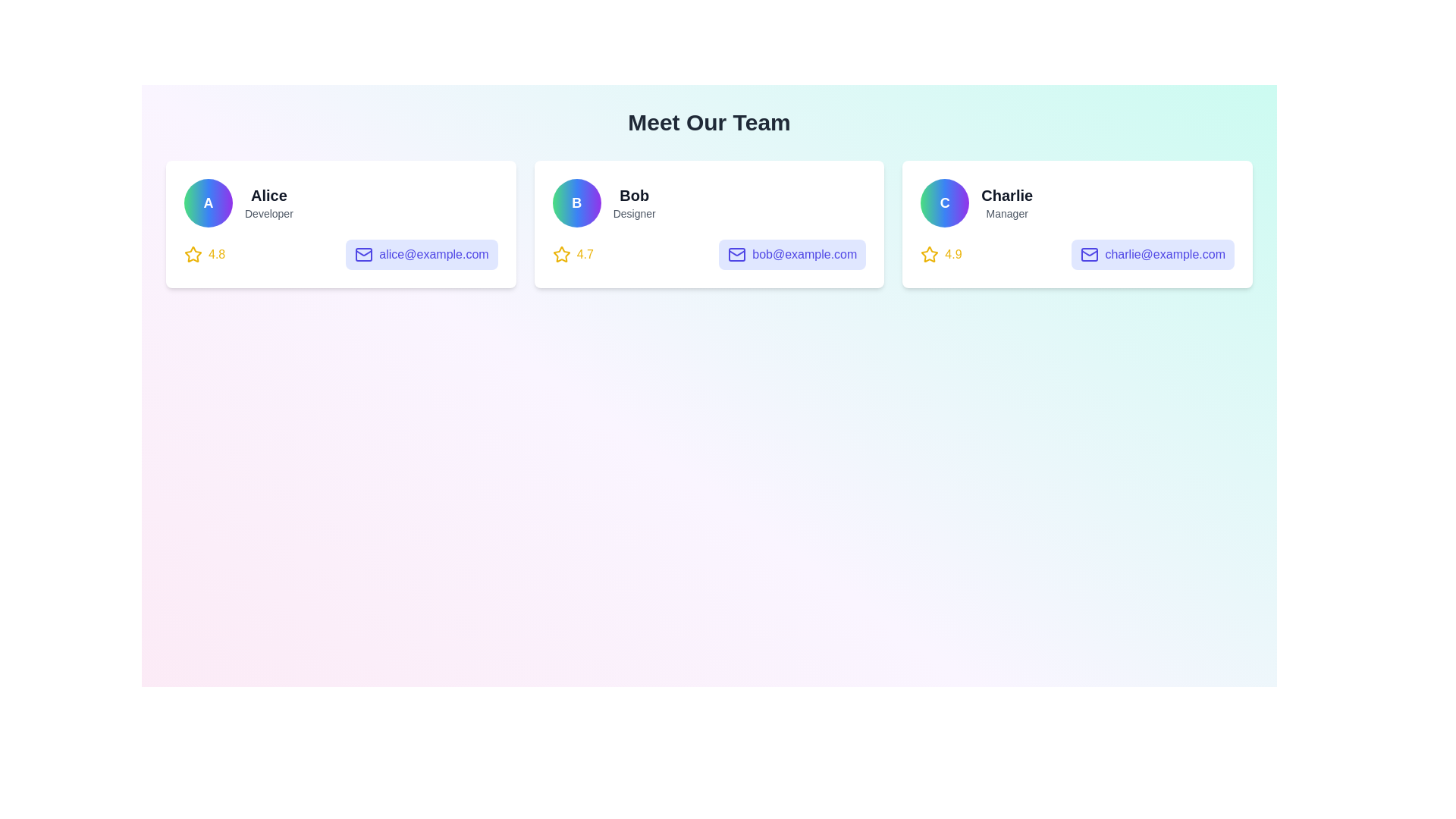 Image resolution: width=1456 pixels, height=819 pixels. Describe the element at coordinates (422, 253) in the screenshot. I see `the clickable email link for 'Alice' which displays 'alice@example.com' next to an envelope icon` at that location.